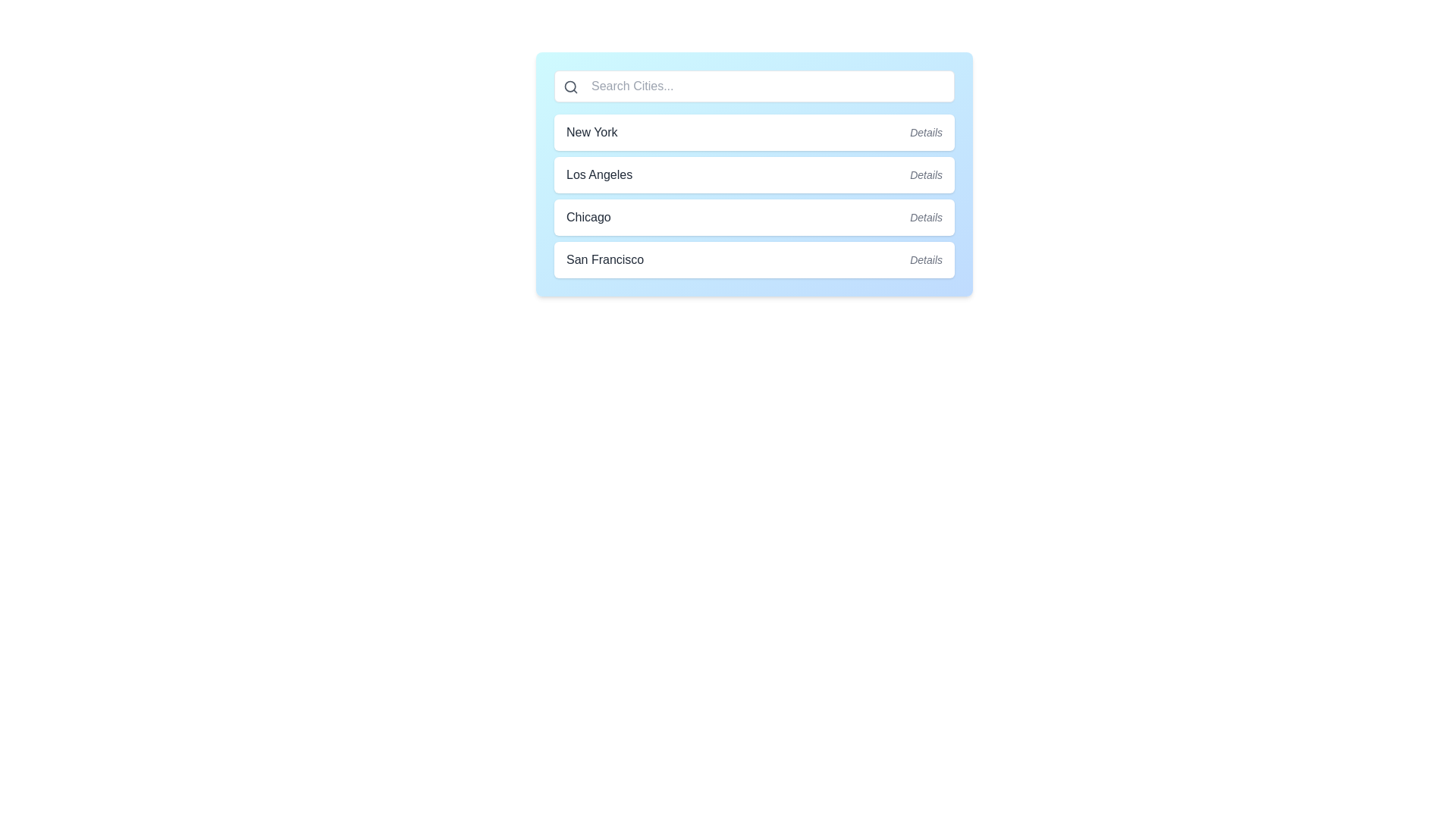 The height and width of the screenshot is (819, 1456). Describe the element at coordinates (754, 195) in the screenshot. I see `to select the 'Los Angeles' entry in the city list, which is the second entry below 'New York' and above 'Chicago'` at that location.